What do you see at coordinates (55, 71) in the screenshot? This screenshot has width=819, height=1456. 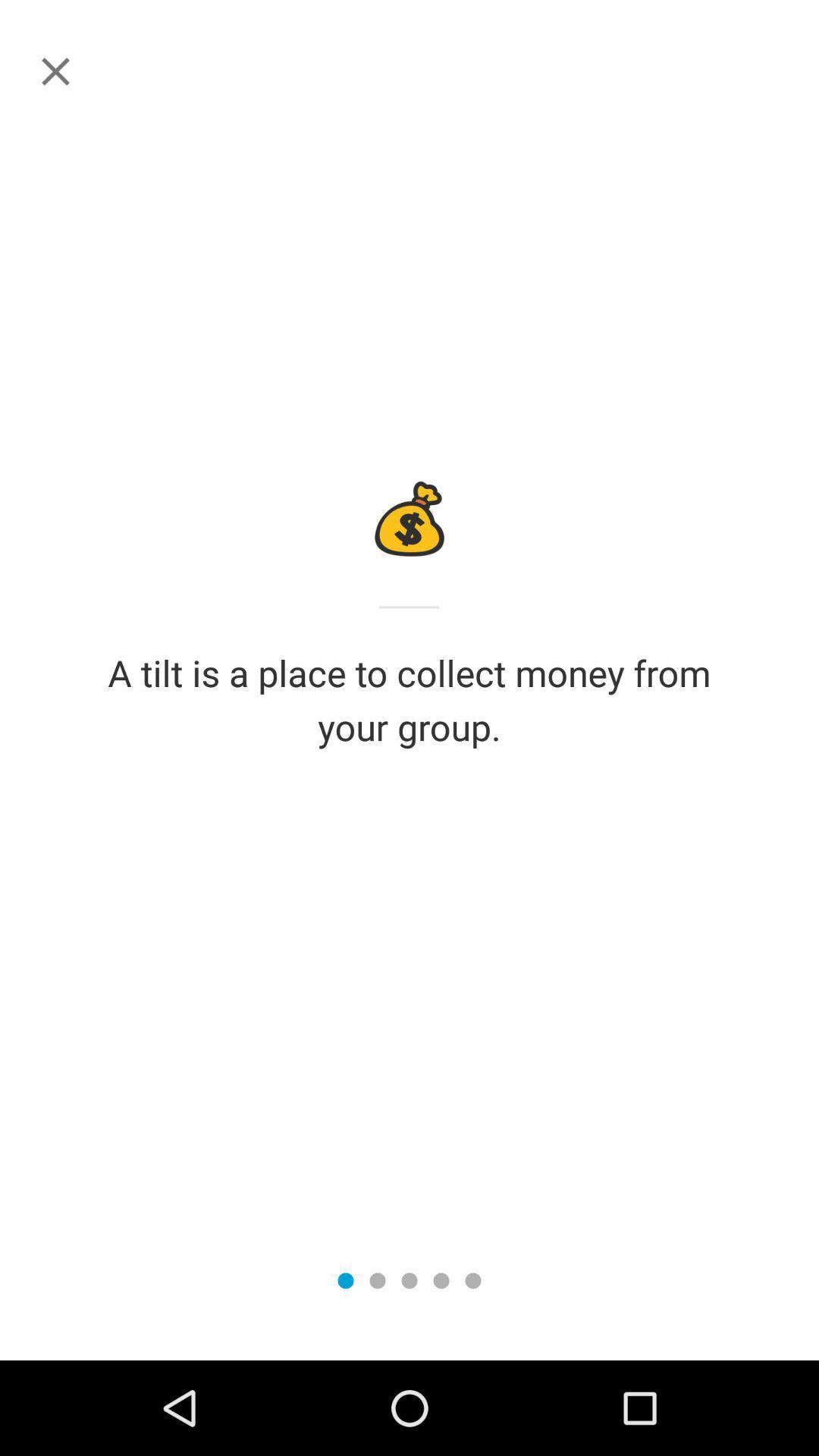 I see `icon at the top left corner` at bounding box center [55, 71].